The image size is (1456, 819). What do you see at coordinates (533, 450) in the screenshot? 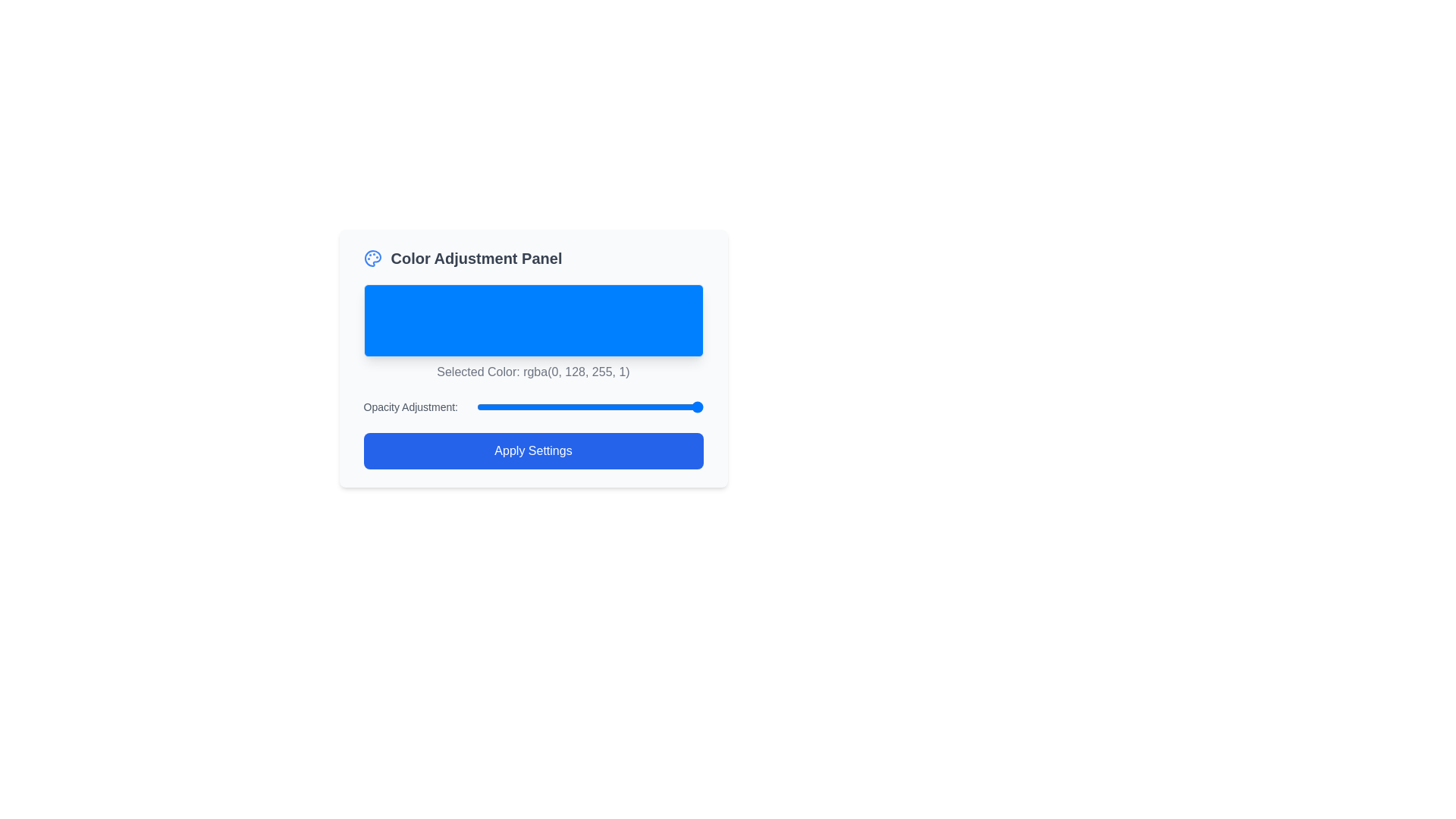
I see `the blue 'Apply Settings' button` at bounding box center [533, 450].